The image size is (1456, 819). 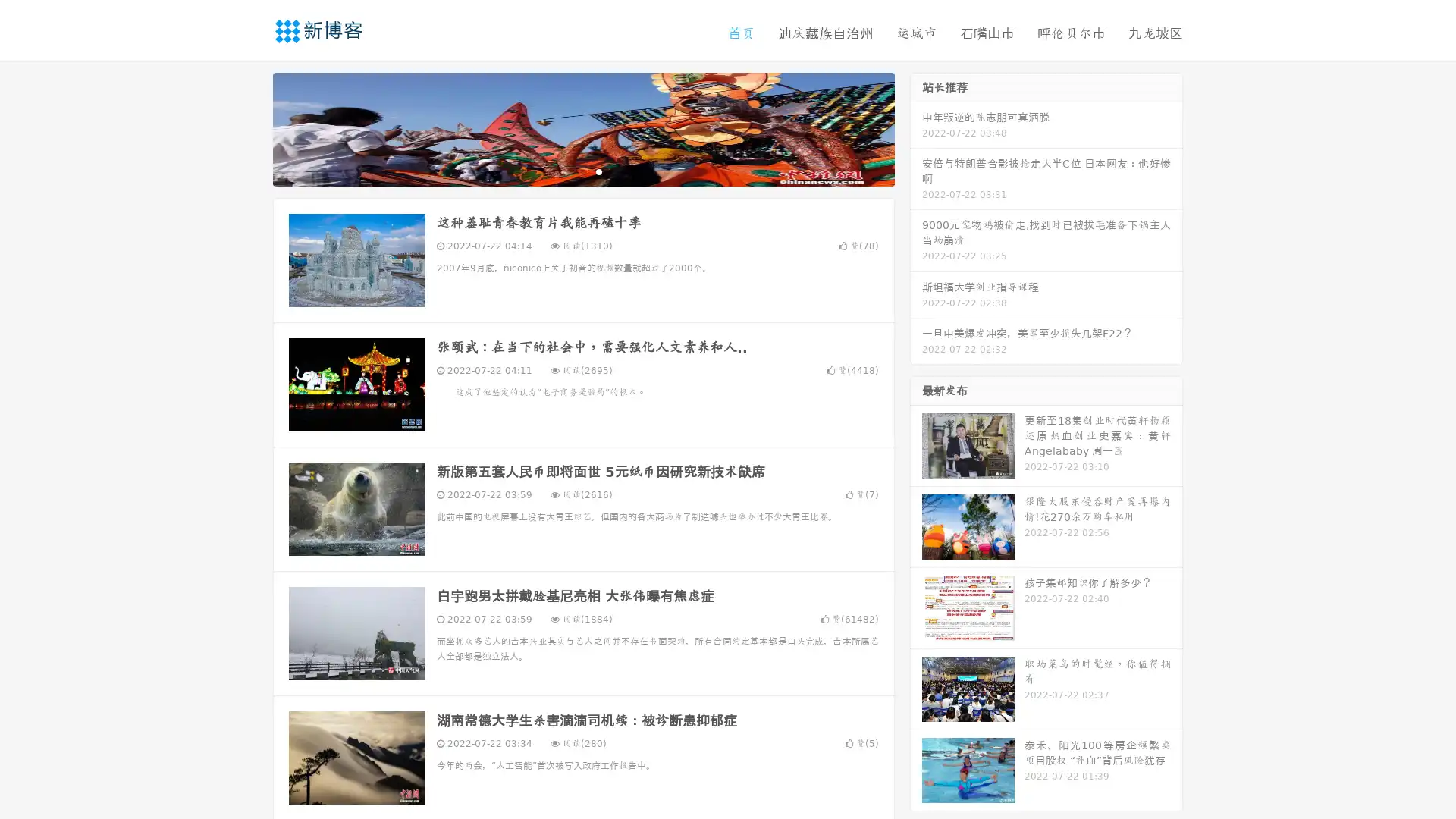 I want to click on Go to slide 3, so click(x=598, y=171).